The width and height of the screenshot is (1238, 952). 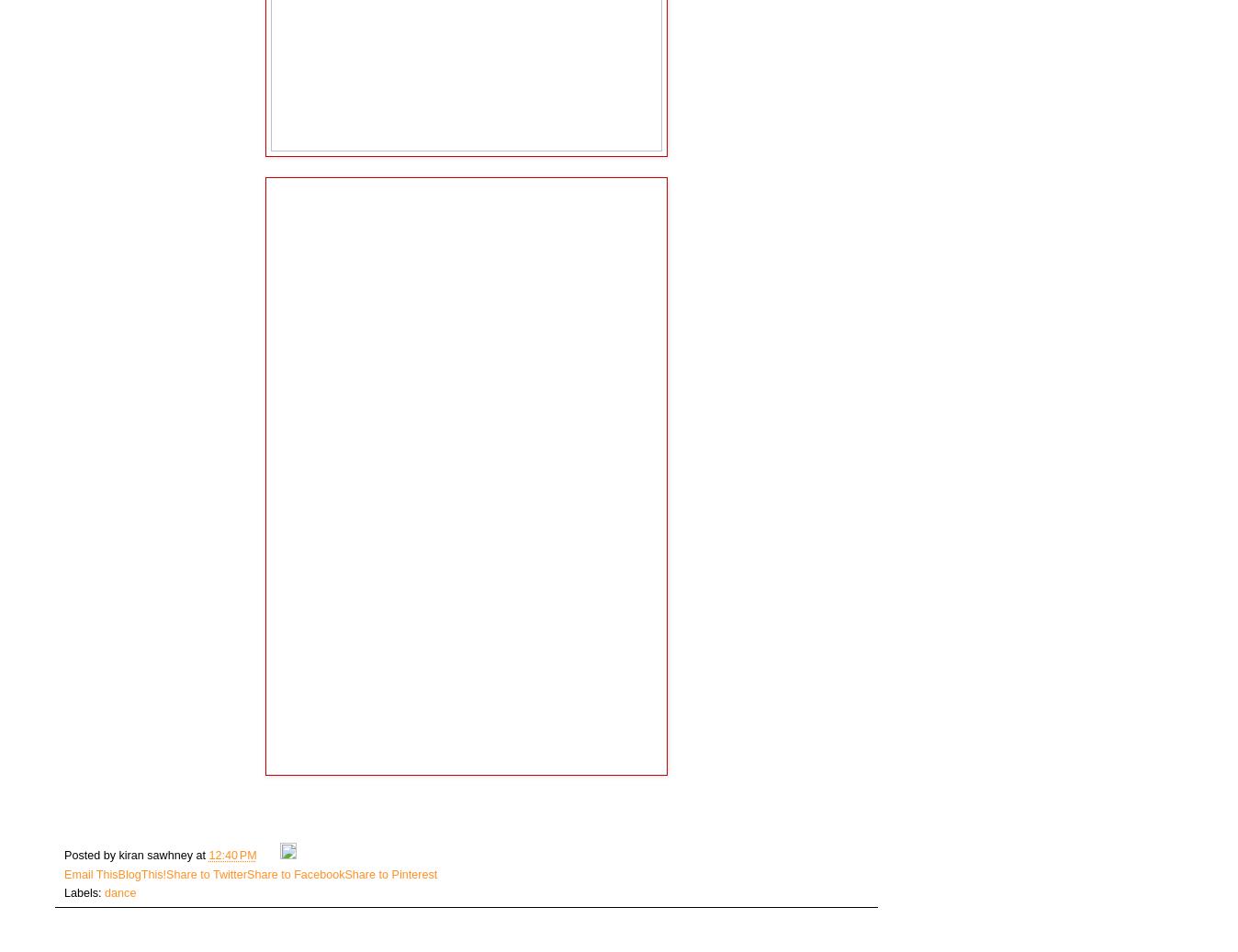 I want to click on 'Share to Facebook', so click(x=296, y=873).